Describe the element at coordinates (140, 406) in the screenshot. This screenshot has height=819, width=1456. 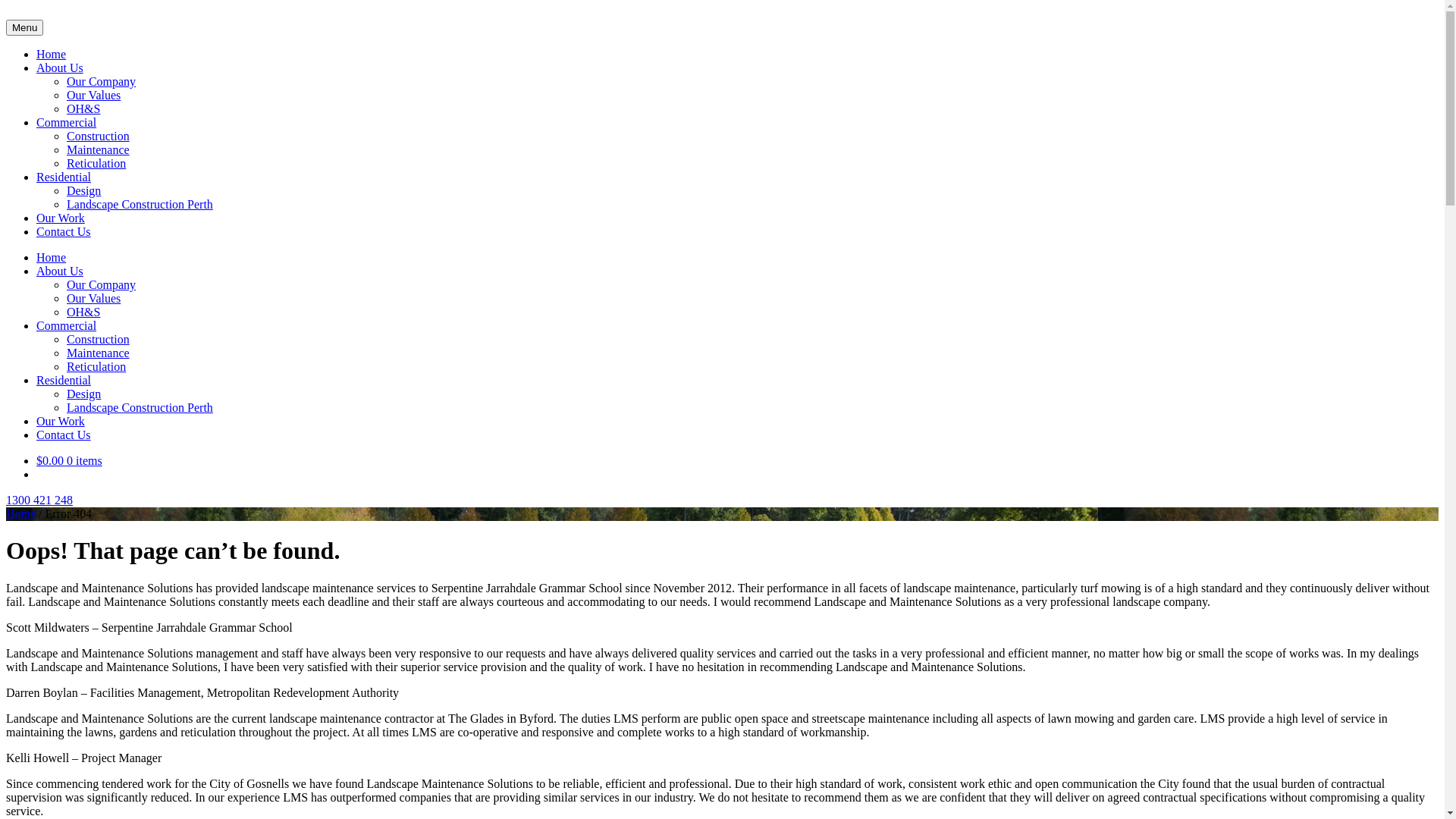
I see `'Landscape Construction Perth'` at that location.